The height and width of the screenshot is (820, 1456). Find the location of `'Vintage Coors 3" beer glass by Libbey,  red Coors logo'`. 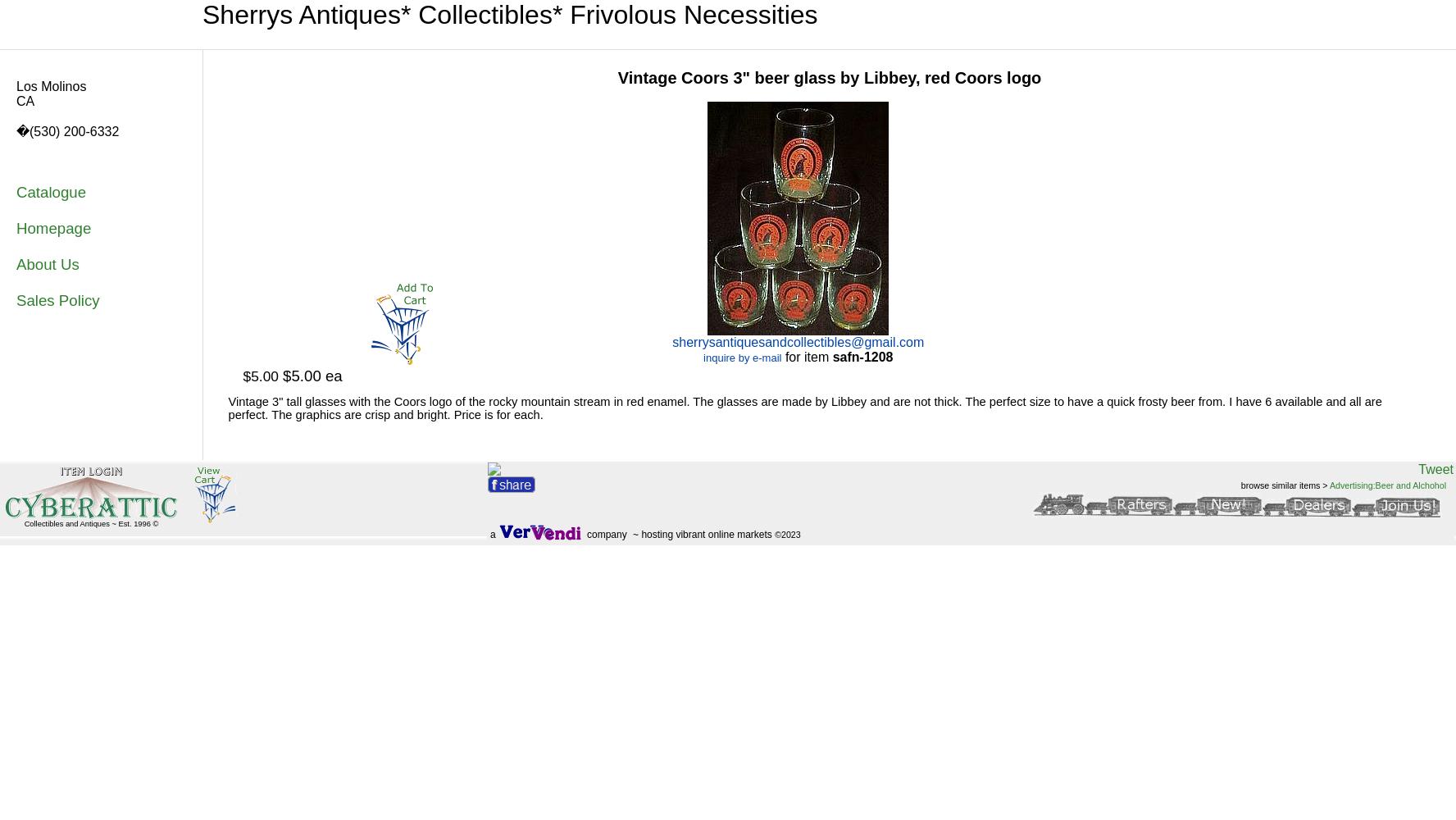

'Vintage Coors 3" beer glass by Libbey,  red Coors logo' is located at coordinates (829, 77).